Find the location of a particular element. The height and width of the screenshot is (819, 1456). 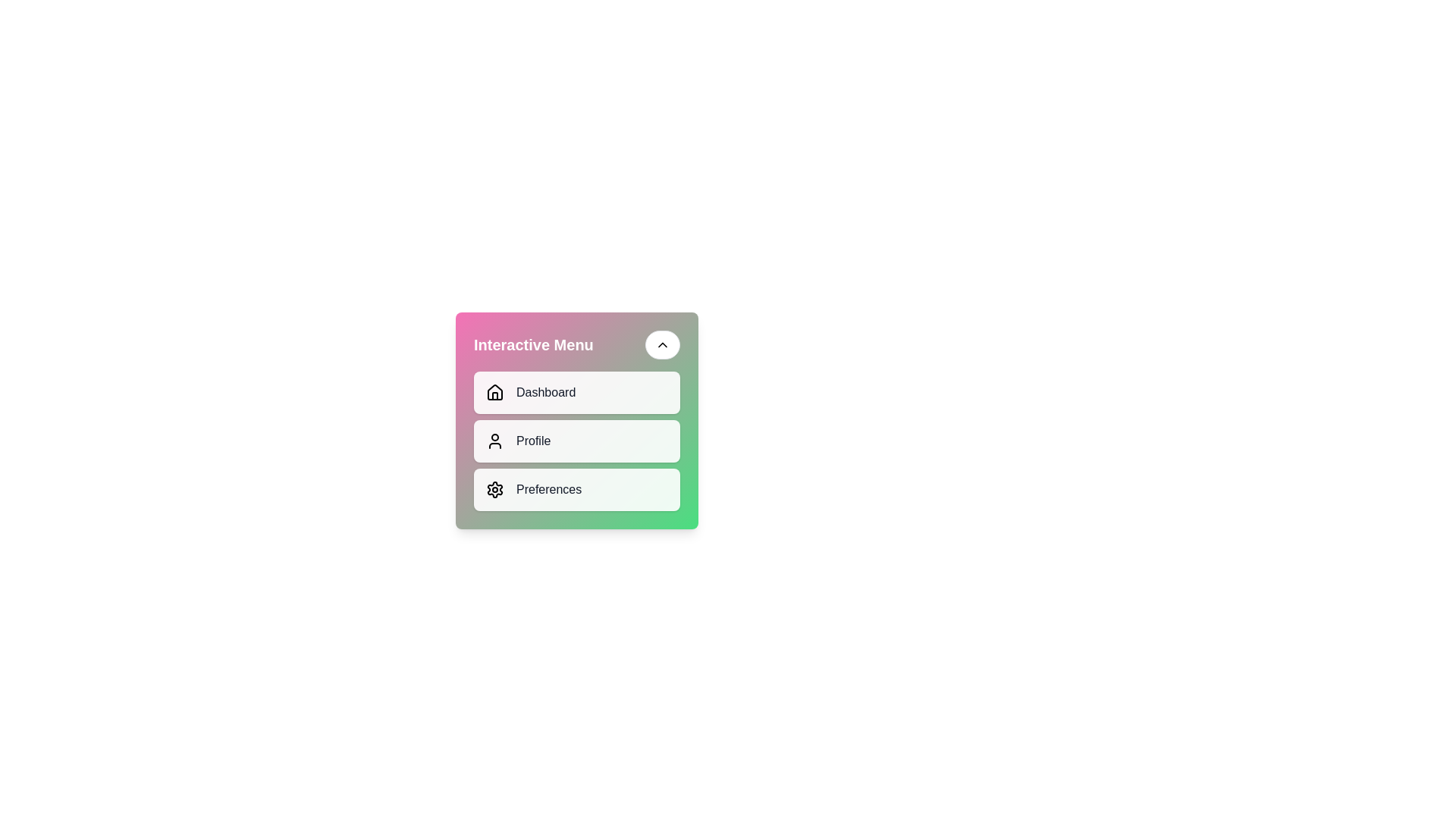

the Icon button with a chevron symbol located above the menu panel, which is contained within a rounded button-like structure is located at coordinates (662, 345).